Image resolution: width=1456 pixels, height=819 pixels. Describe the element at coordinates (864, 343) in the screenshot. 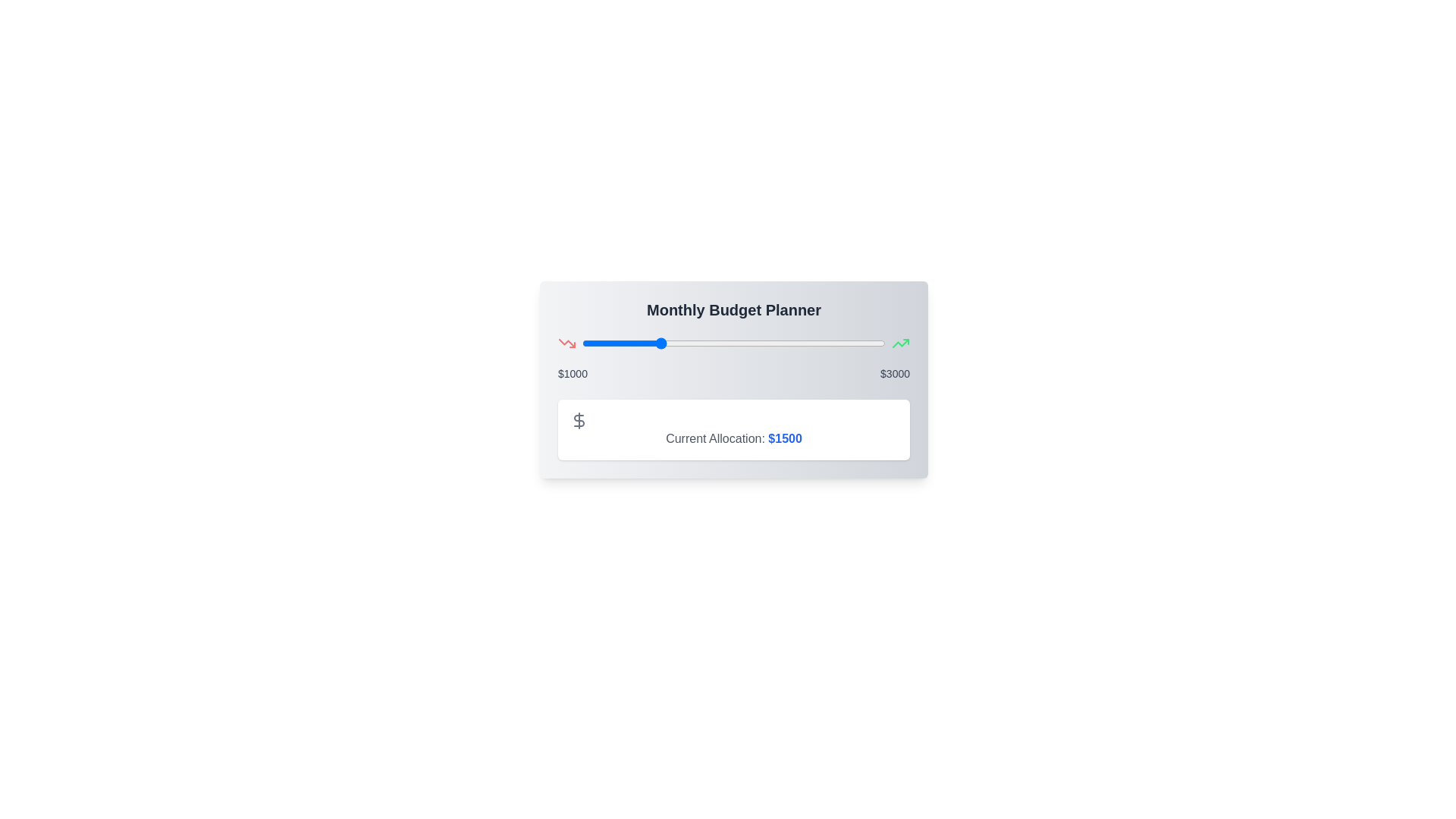

I see `the slider to set the budget allocation to 2864 dollars` at that location.